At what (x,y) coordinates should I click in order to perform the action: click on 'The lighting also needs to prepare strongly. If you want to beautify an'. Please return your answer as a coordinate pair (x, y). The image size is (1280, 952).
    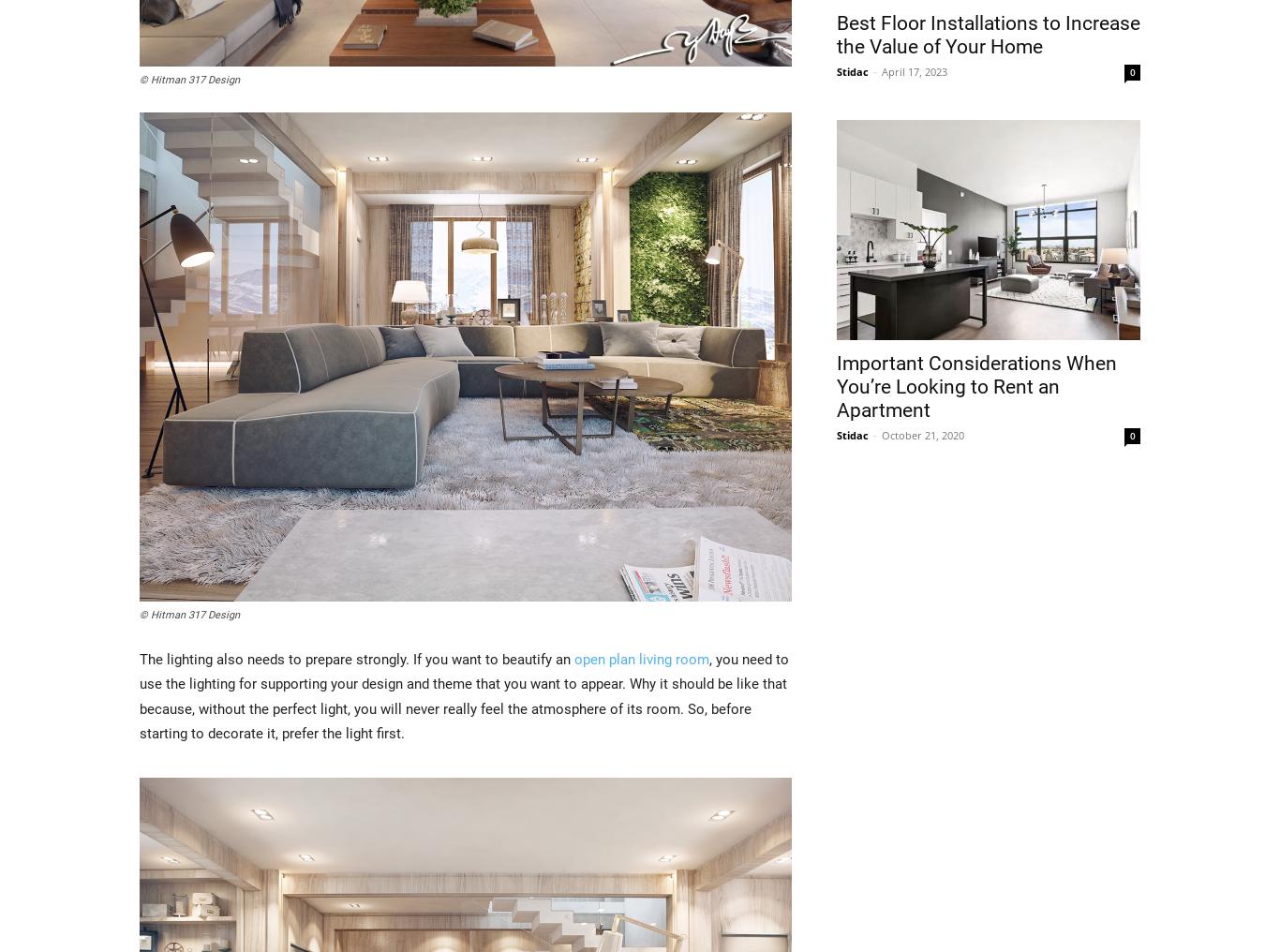
    Looking at the image, I should click on (355, 659).